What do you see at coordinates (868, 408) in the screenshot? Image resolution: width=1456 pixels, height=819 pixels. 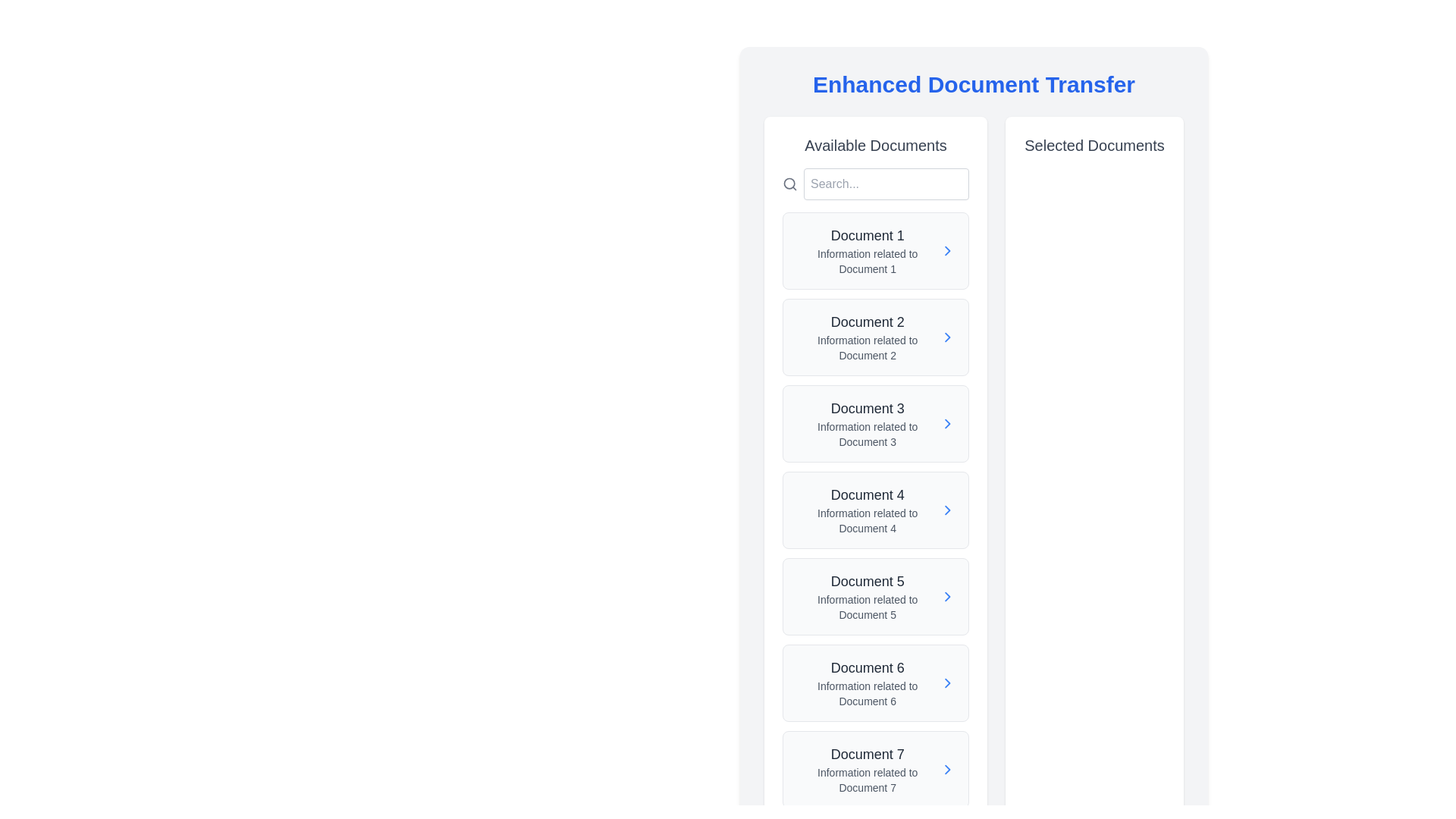 I see `the static text element labeled 'Document 3', which serves as a title within the document list under 'Available Documents' in the left-hand document selection panel` at bounding box center [868, 408].